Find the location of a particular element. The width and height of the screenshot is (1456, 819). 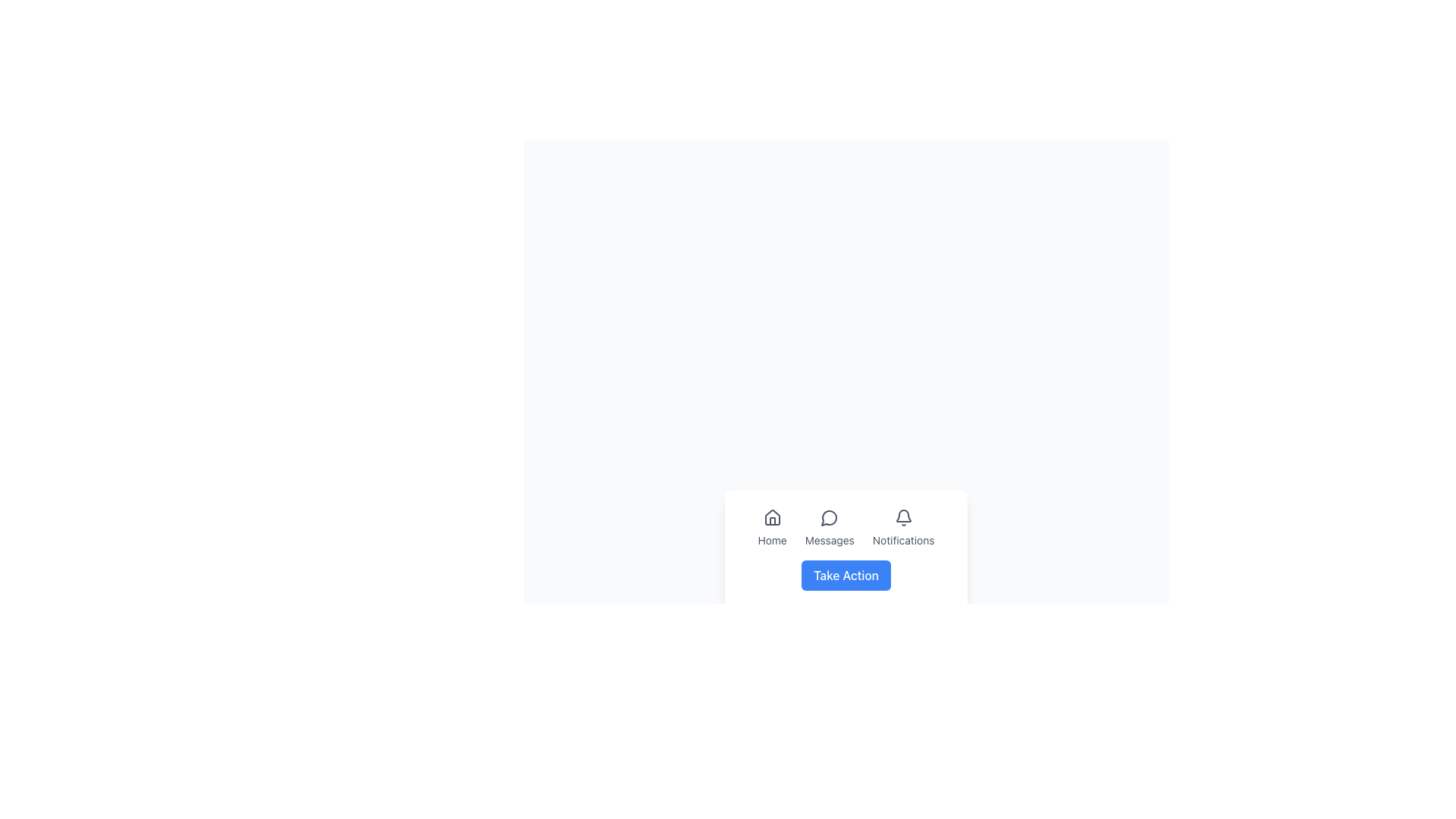

the circular speech bubble icon located above the 'Messages' label in the navigation bar is located at coordinates (829, 516).